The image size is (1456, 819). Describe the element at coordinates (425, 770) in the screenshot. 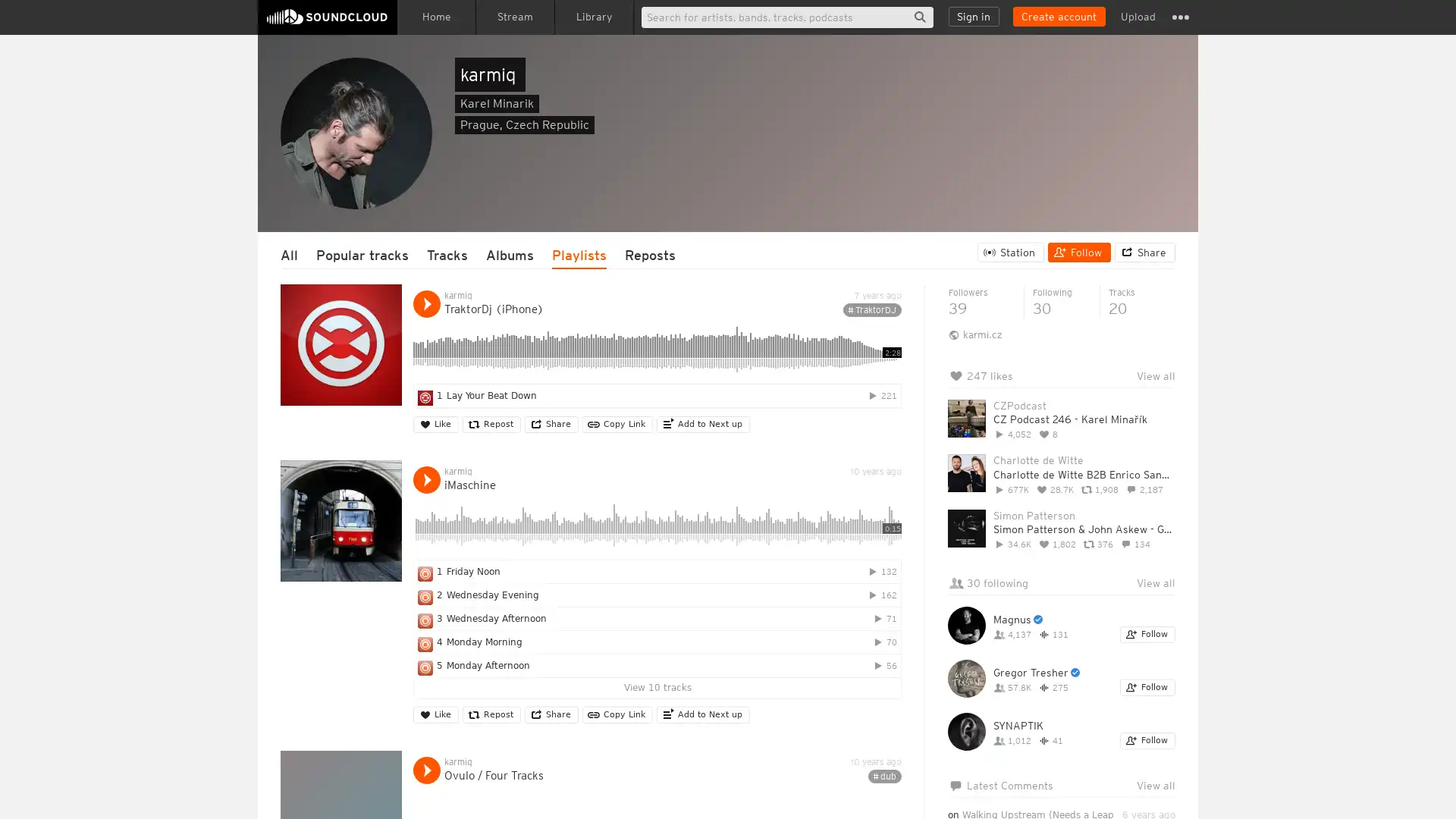

I see `Play` at that location.